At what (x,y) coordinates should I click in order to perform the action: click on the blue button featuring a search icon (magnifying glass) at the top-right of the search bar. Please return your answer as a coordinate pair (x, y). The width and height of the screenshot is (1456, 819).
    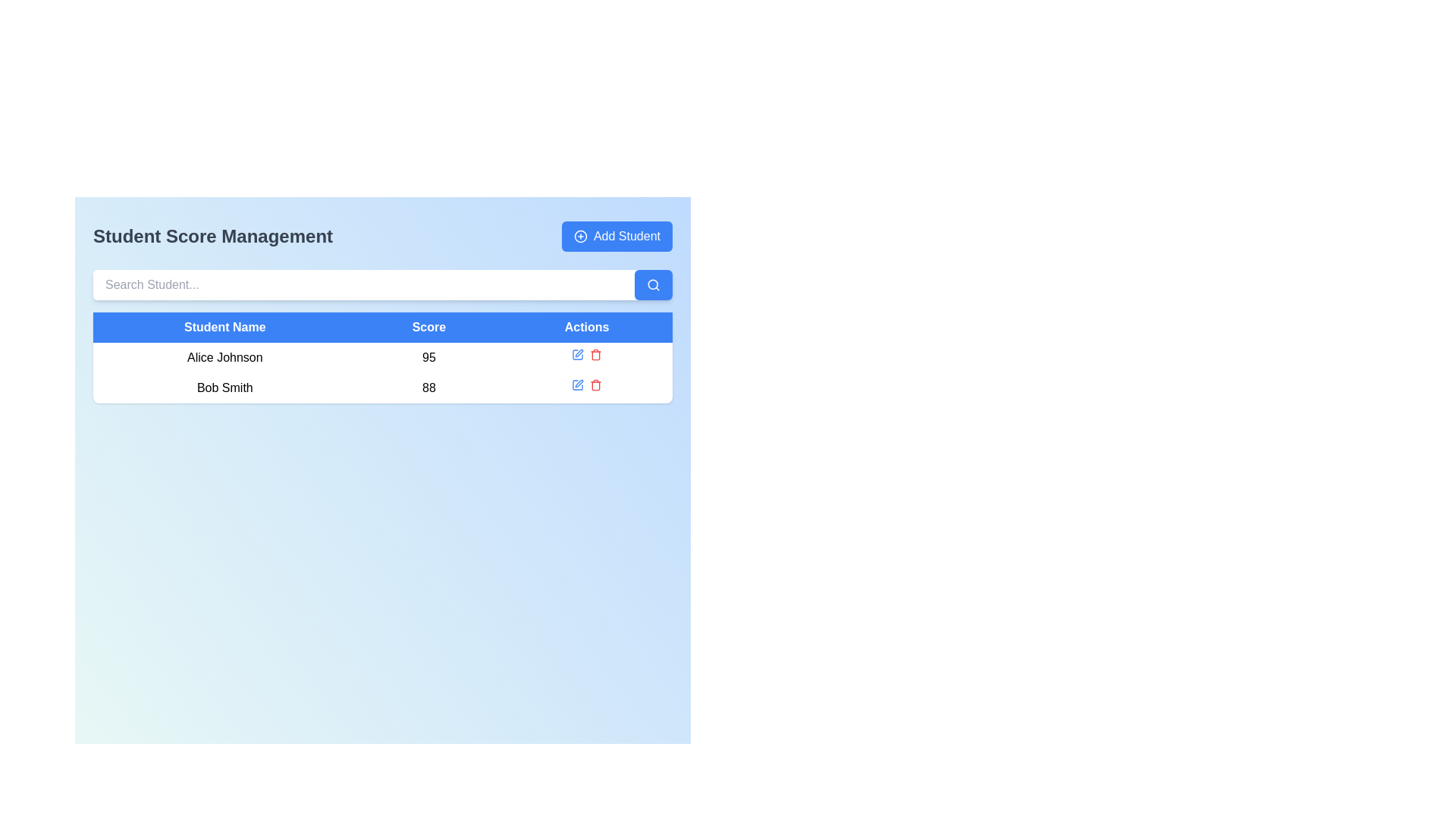
    Looking at the image, I should click on (654, 284).